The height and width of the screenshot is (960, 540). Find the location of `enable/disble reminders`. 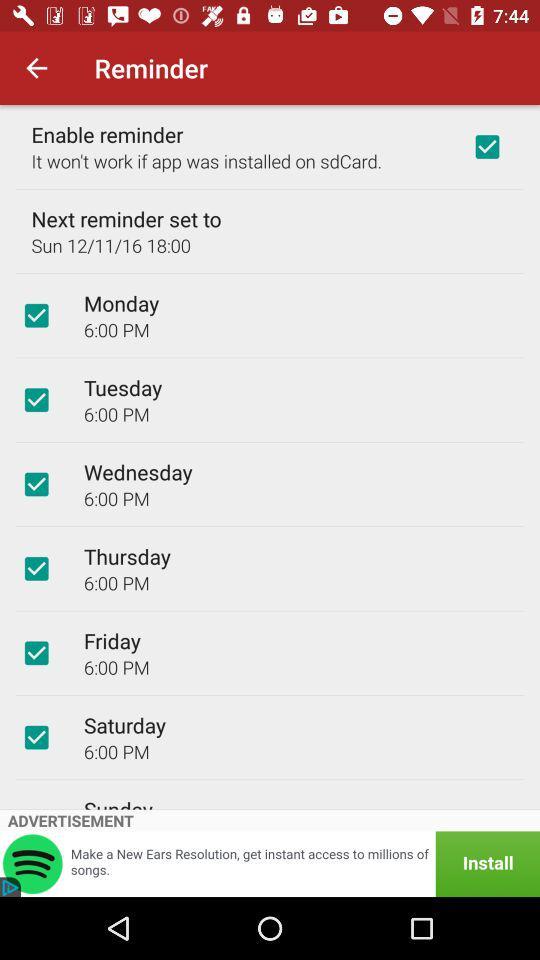

enable/disble reminders is located at coordinates (486, 145).